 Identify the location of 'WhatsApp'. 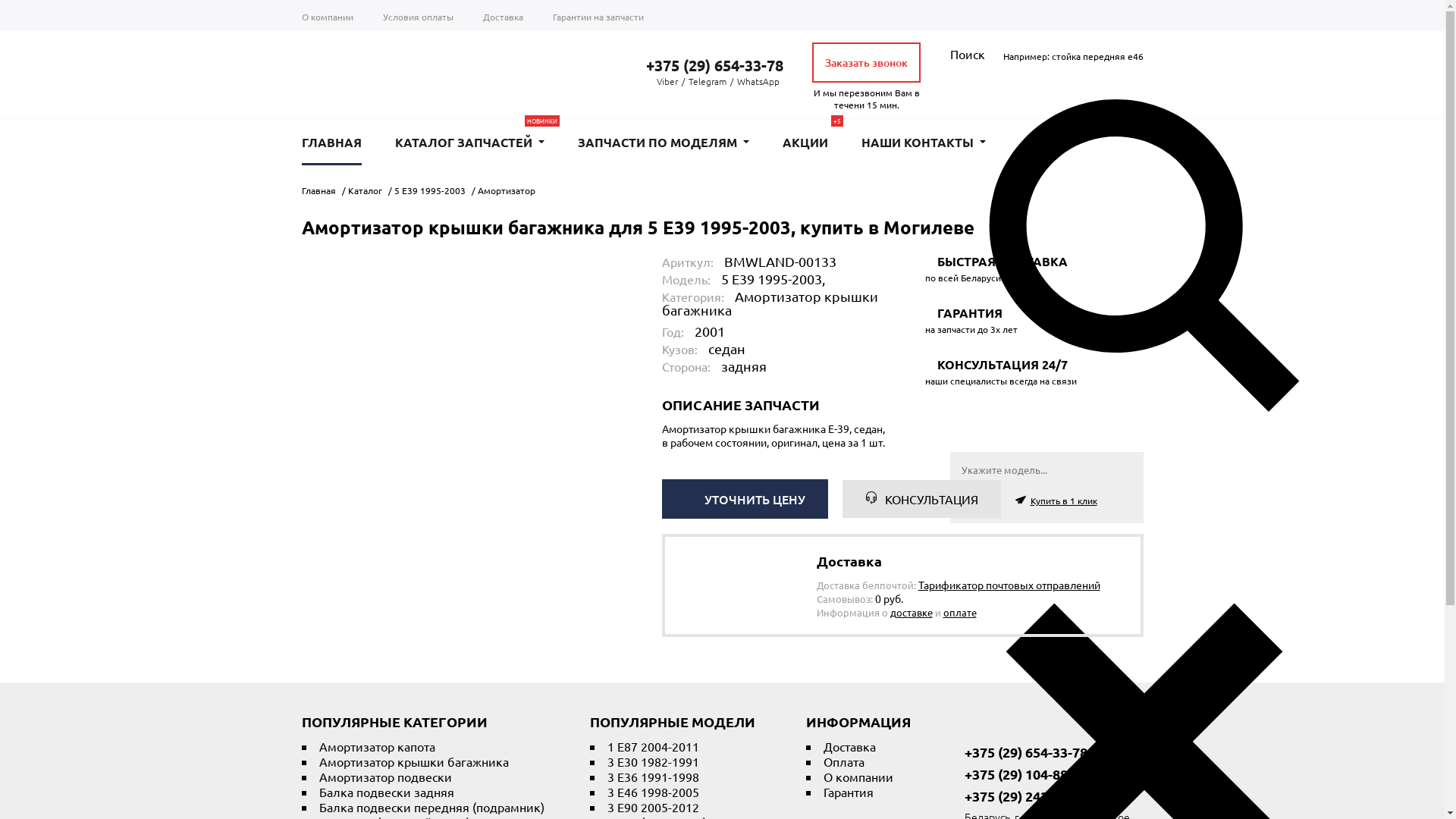
(758, 81).